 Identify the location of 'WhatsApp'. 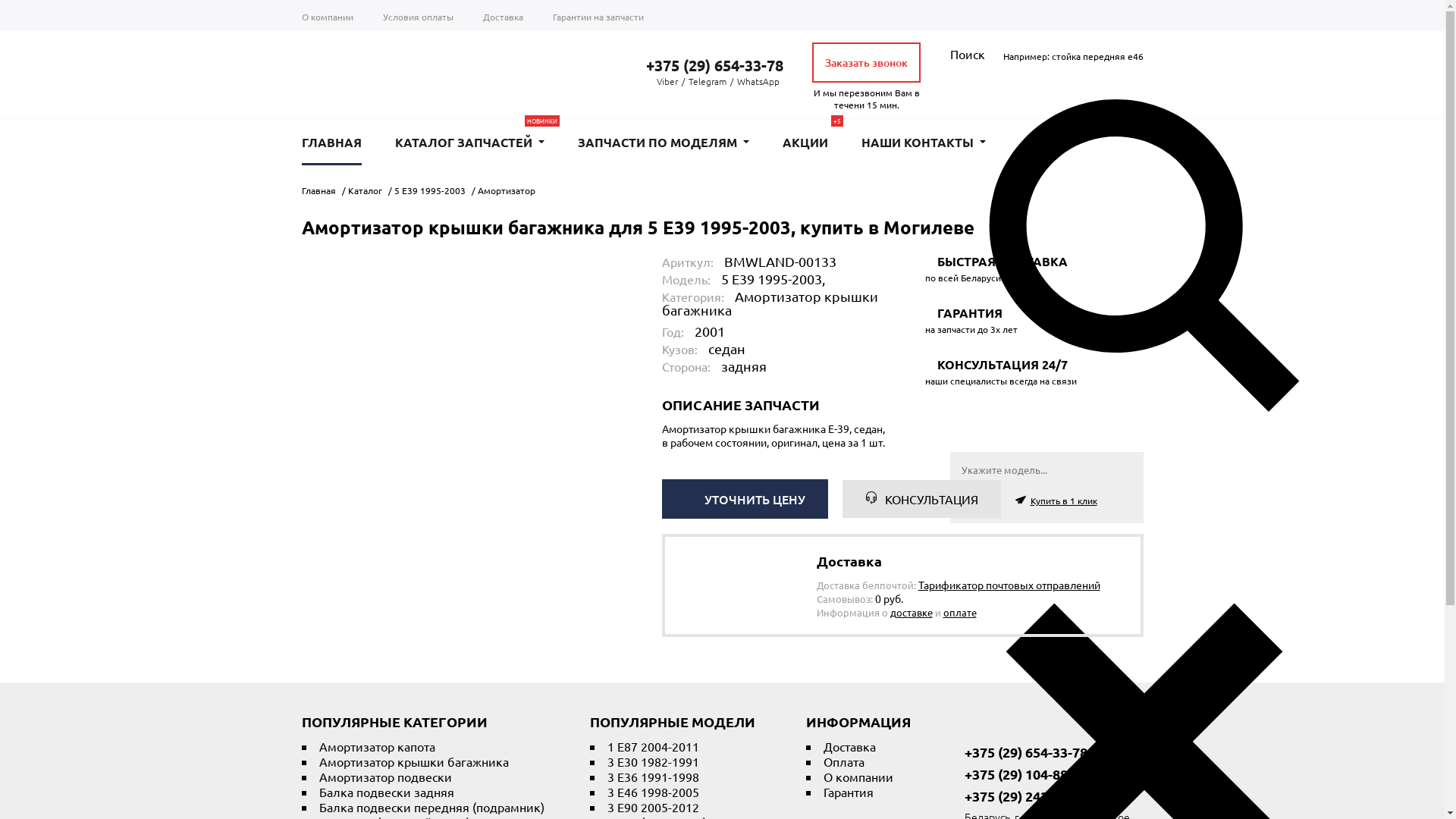
(758, 81).